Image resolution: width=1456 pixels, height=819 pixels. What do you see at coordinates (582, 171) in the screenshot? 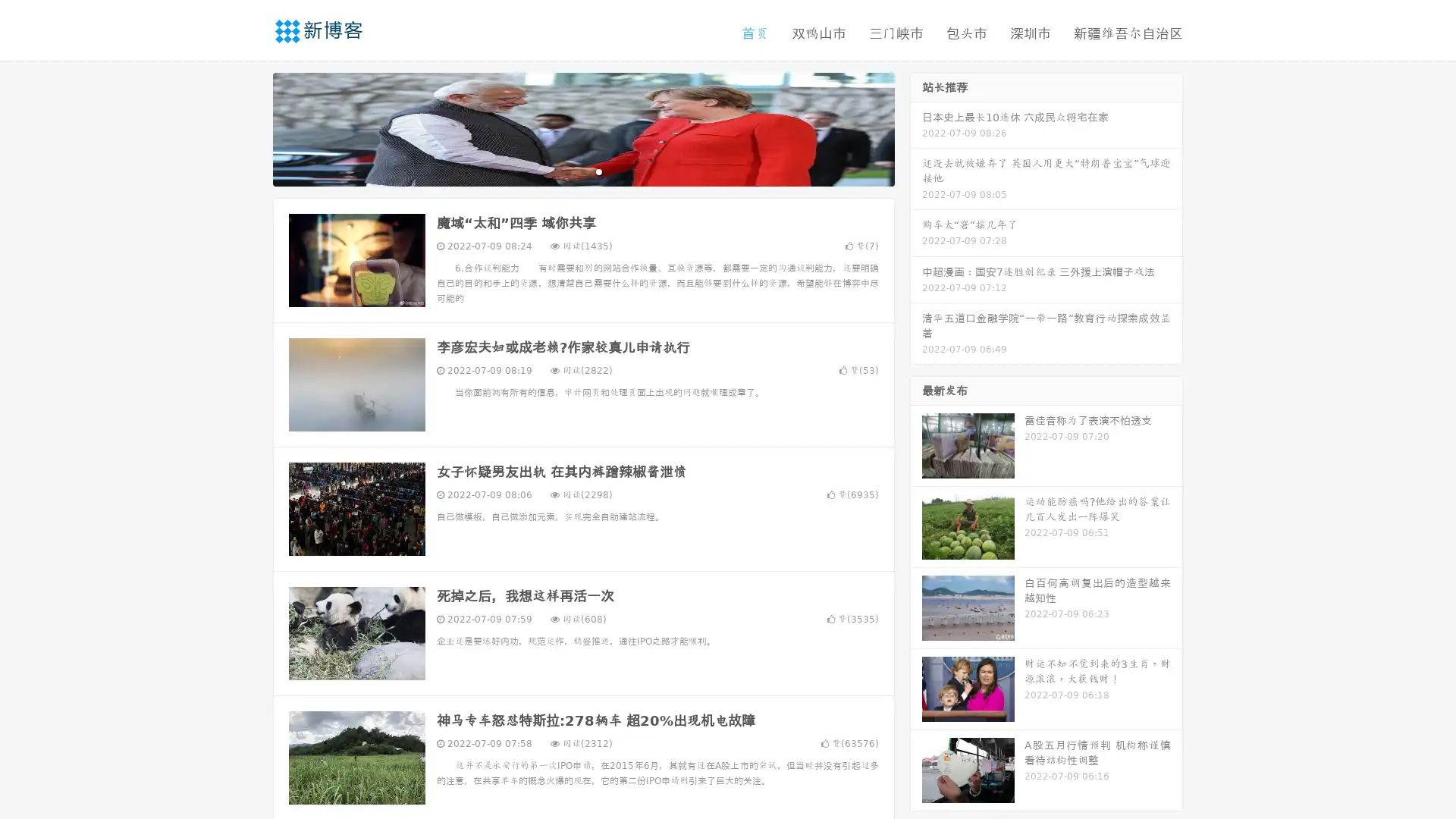
I see `Go to slide 2` at bounding box center [582, 171].